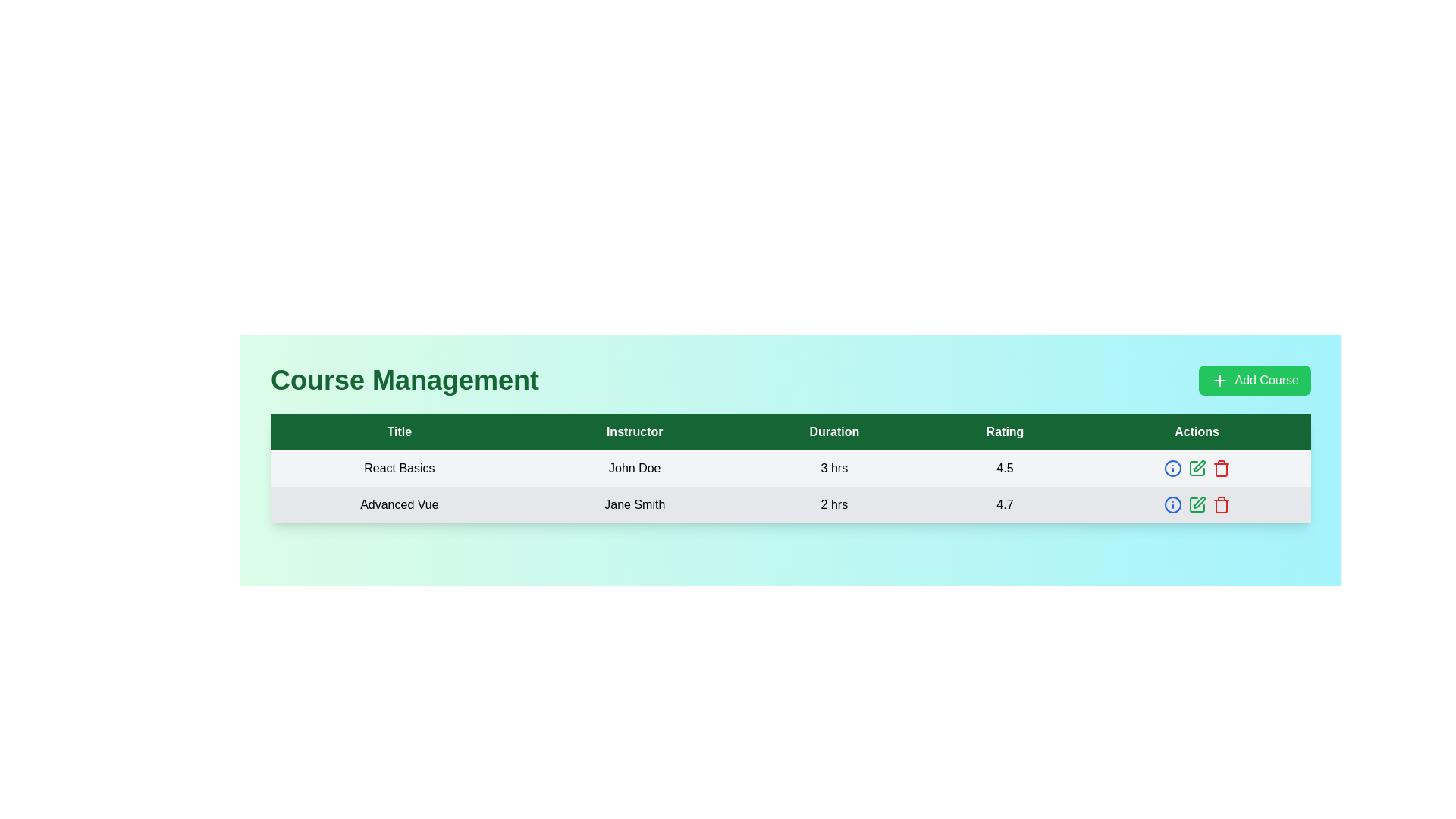 Image resolution: width=1456 pixels, height=819 pixels. I want to click on the blue circular information icon located as the first icon in the 'Actions' column of the second row in the table, so click(1172, 505).